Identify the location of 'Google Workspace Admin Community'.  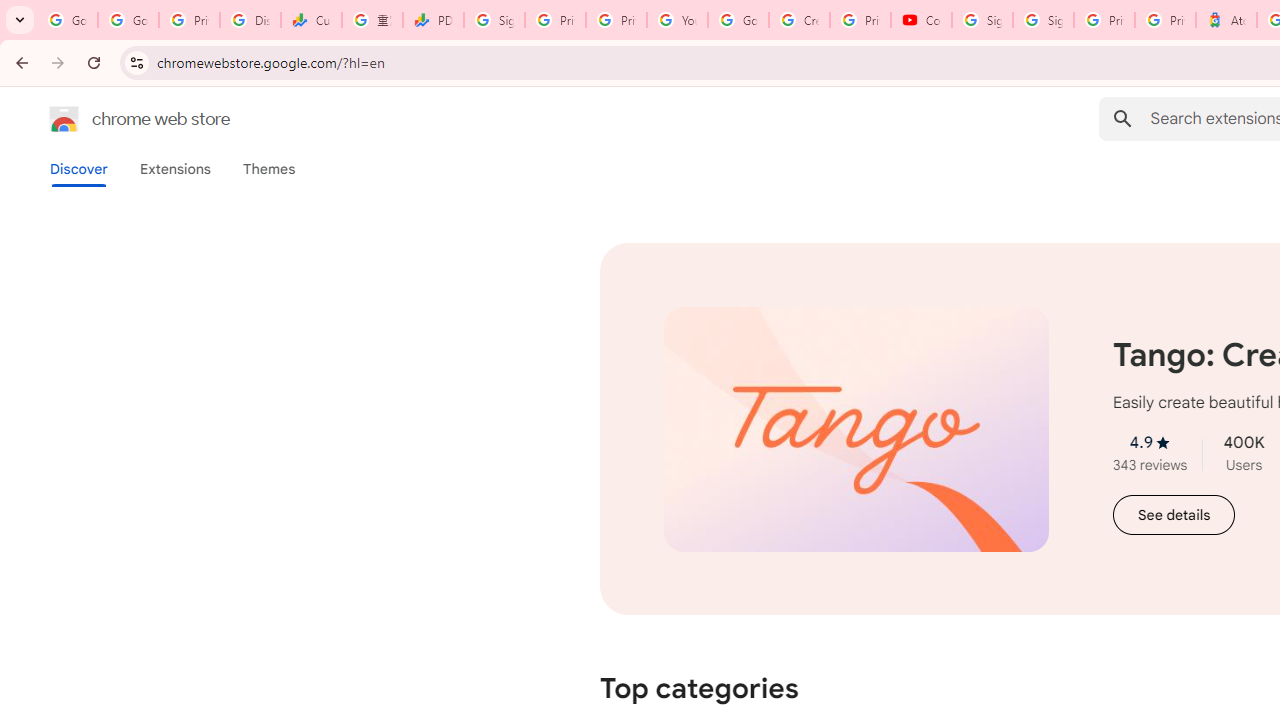
(67, 20).